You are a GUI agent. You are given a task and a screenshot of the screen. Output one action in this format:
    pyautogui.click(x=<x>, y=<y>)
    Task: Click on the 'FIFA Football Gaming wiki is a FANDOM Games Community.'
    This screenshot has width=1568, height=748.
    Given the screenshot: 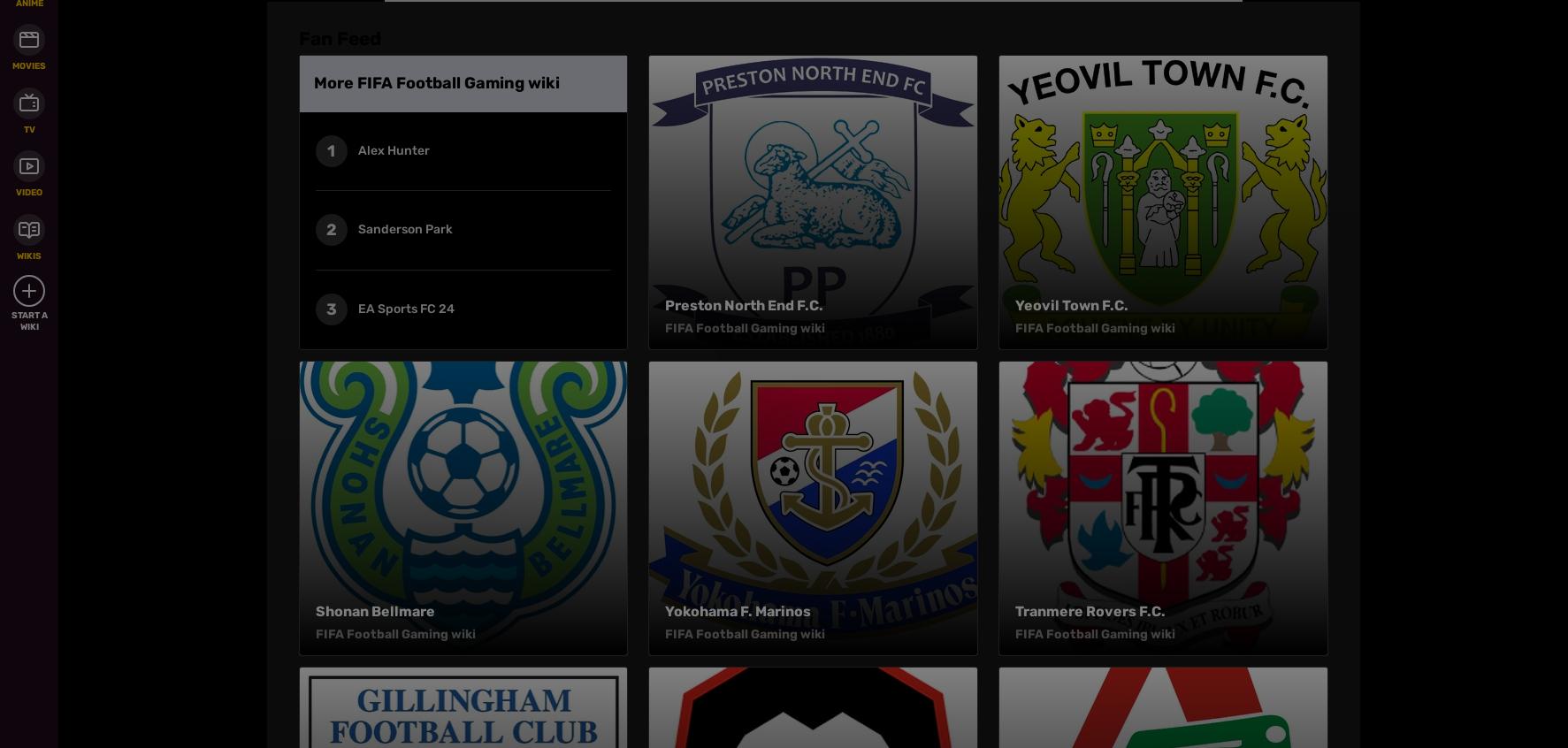 What is the action you would take?
    pyautogui.click(x=812, y=244)
    